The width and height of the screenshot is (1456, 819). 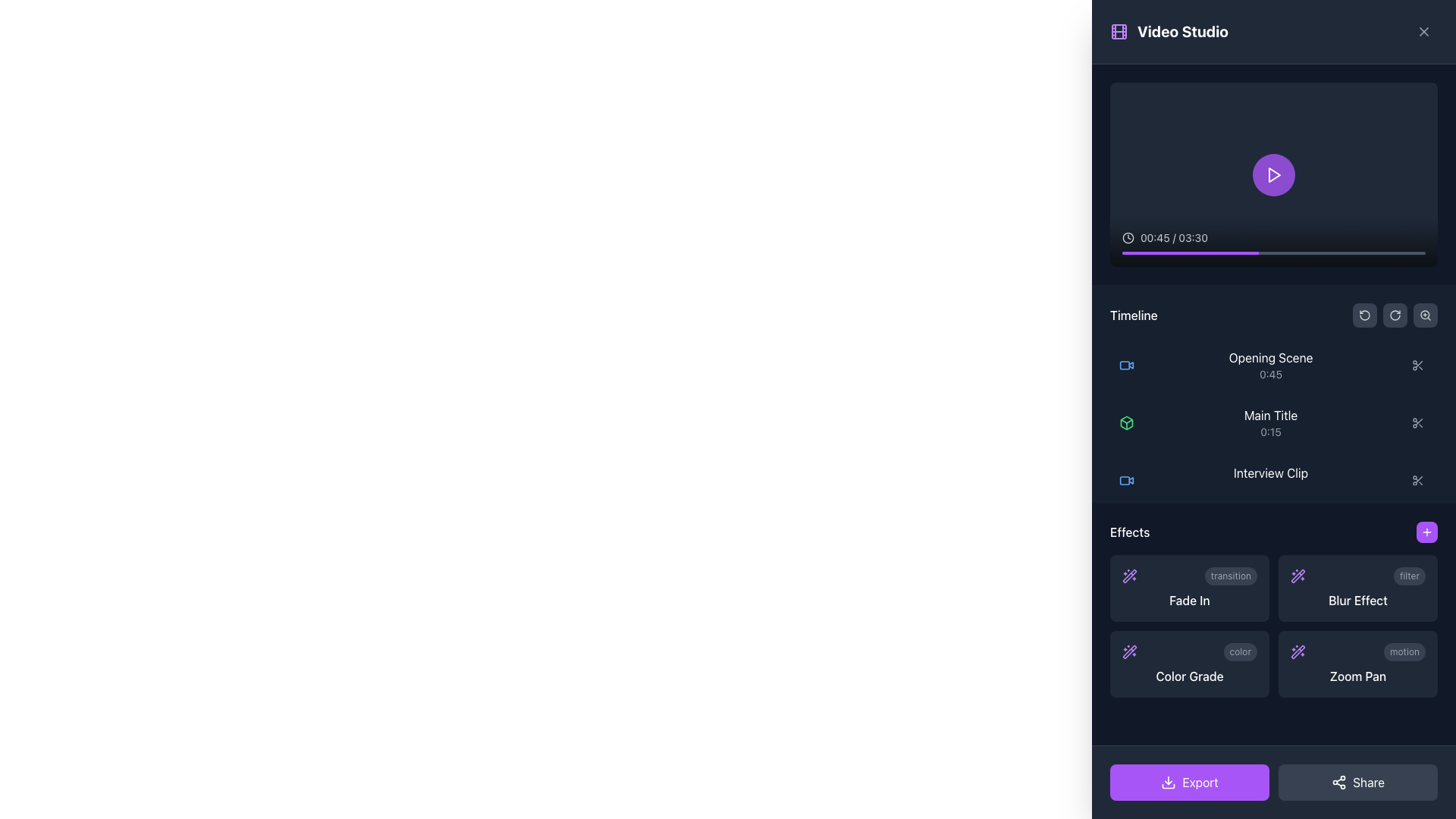 I want to click on the decorative rectangle element within the SVG graphic that is part of the film strip icon in the 'Video Studio' sidebar, so click(x=1119, y=32).